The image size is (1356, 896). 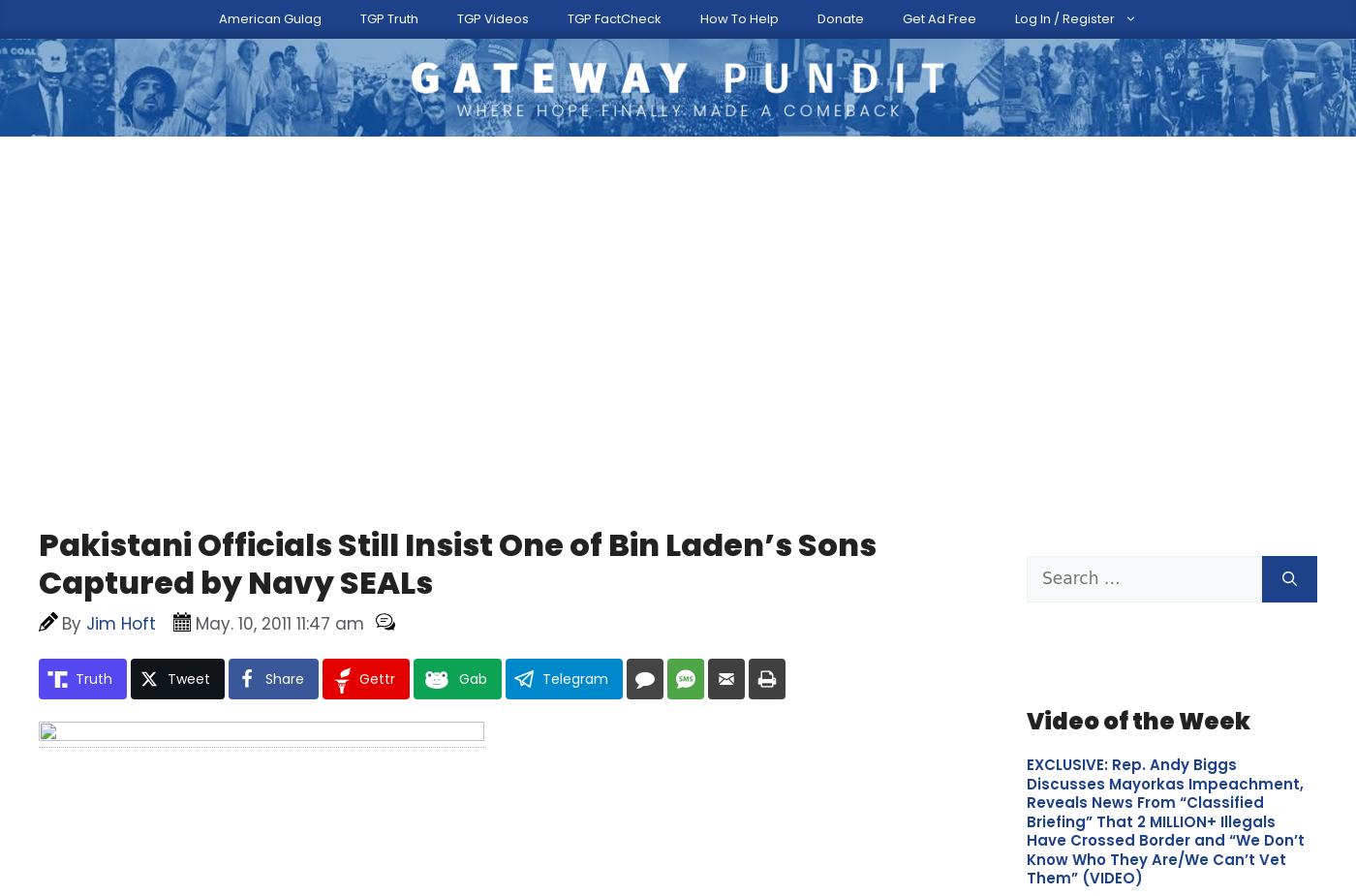 What do you see at coordinates (285, 570) in the screenshot?
I see `'Share'` at bounding box center [285, 570].